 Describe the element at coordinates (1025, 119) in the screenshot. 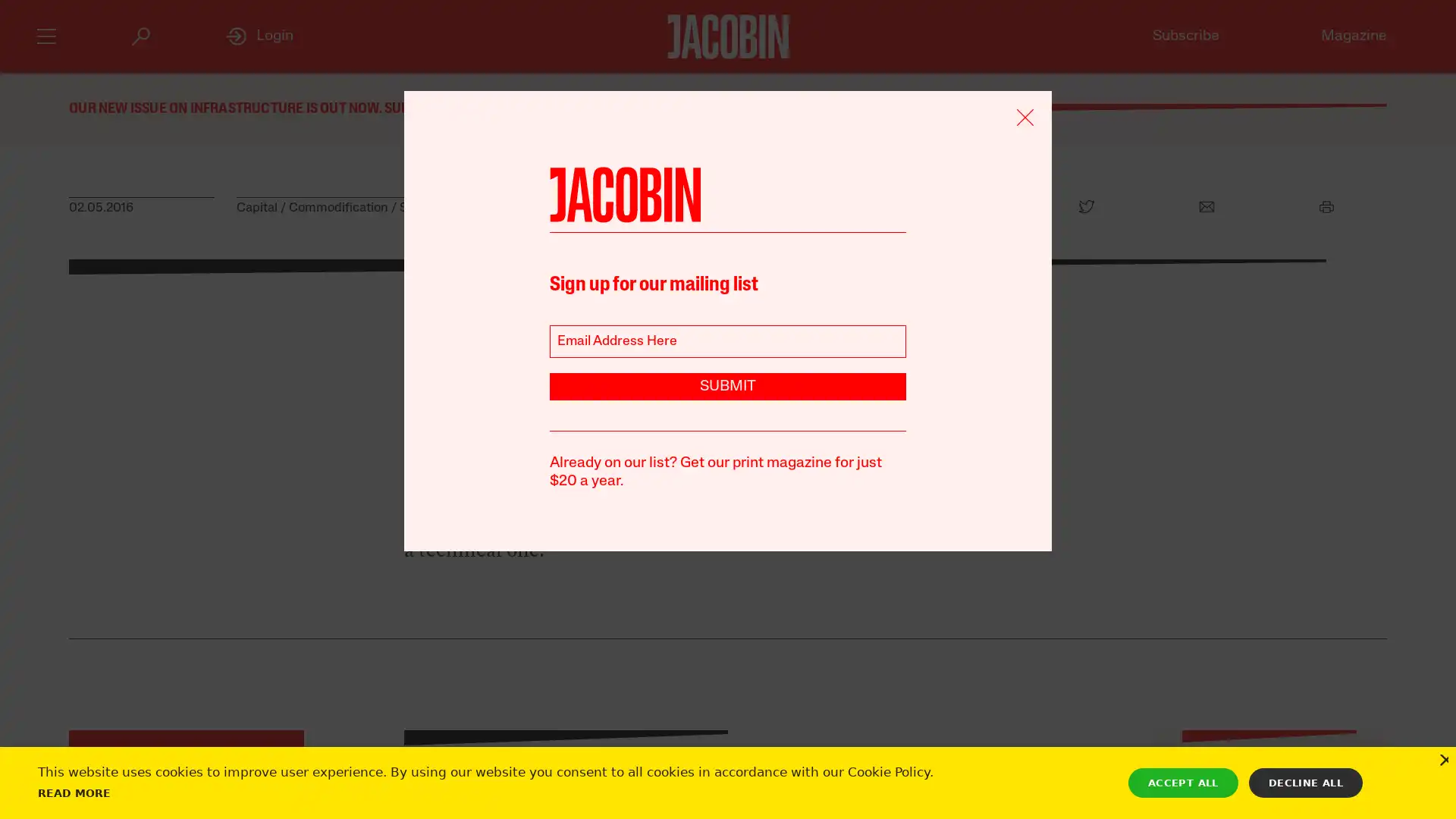

I see `Remove Icon` at that location.